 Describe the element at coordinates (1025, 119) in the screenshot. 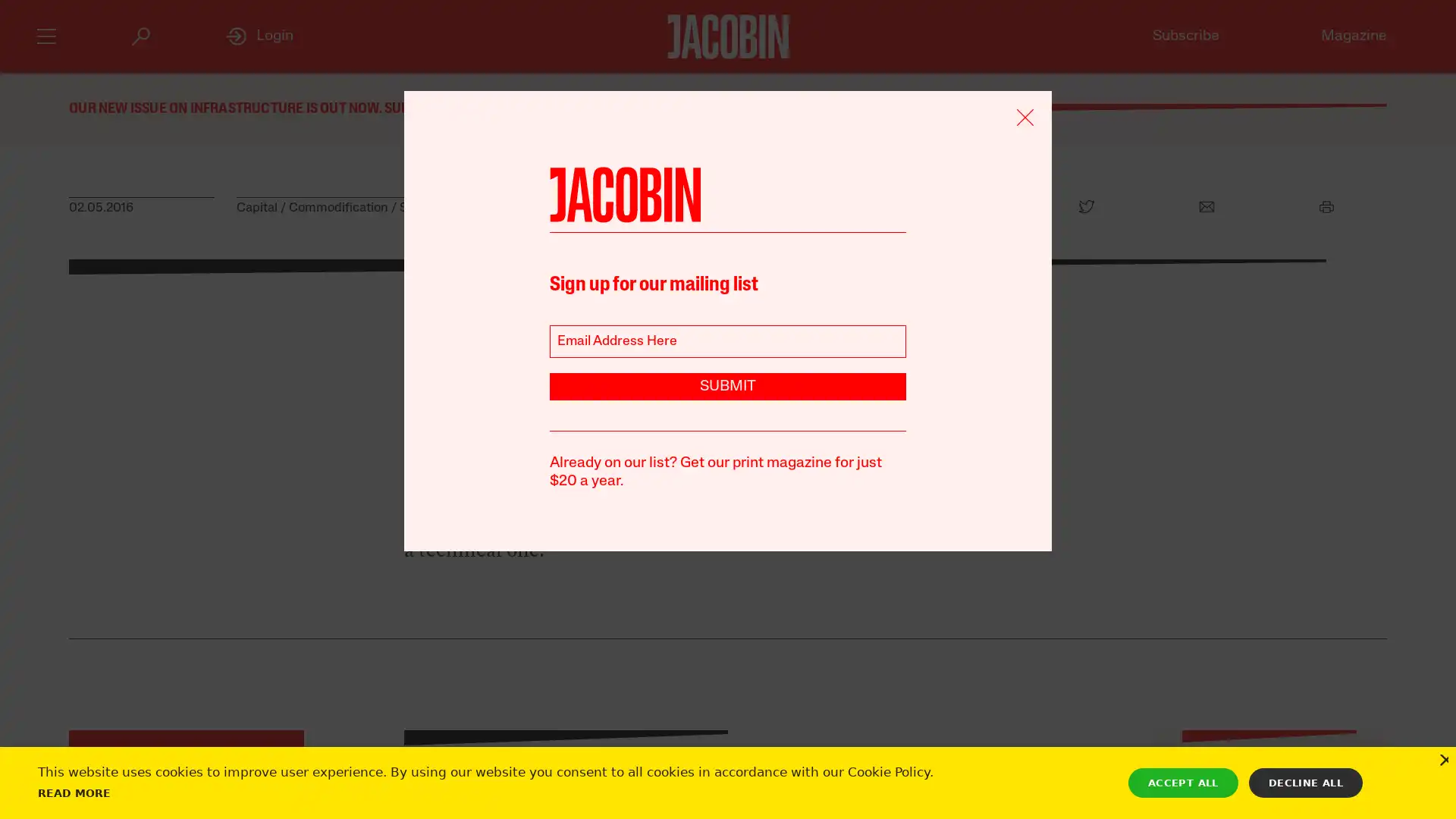

I see `Remove Icon` at that location.